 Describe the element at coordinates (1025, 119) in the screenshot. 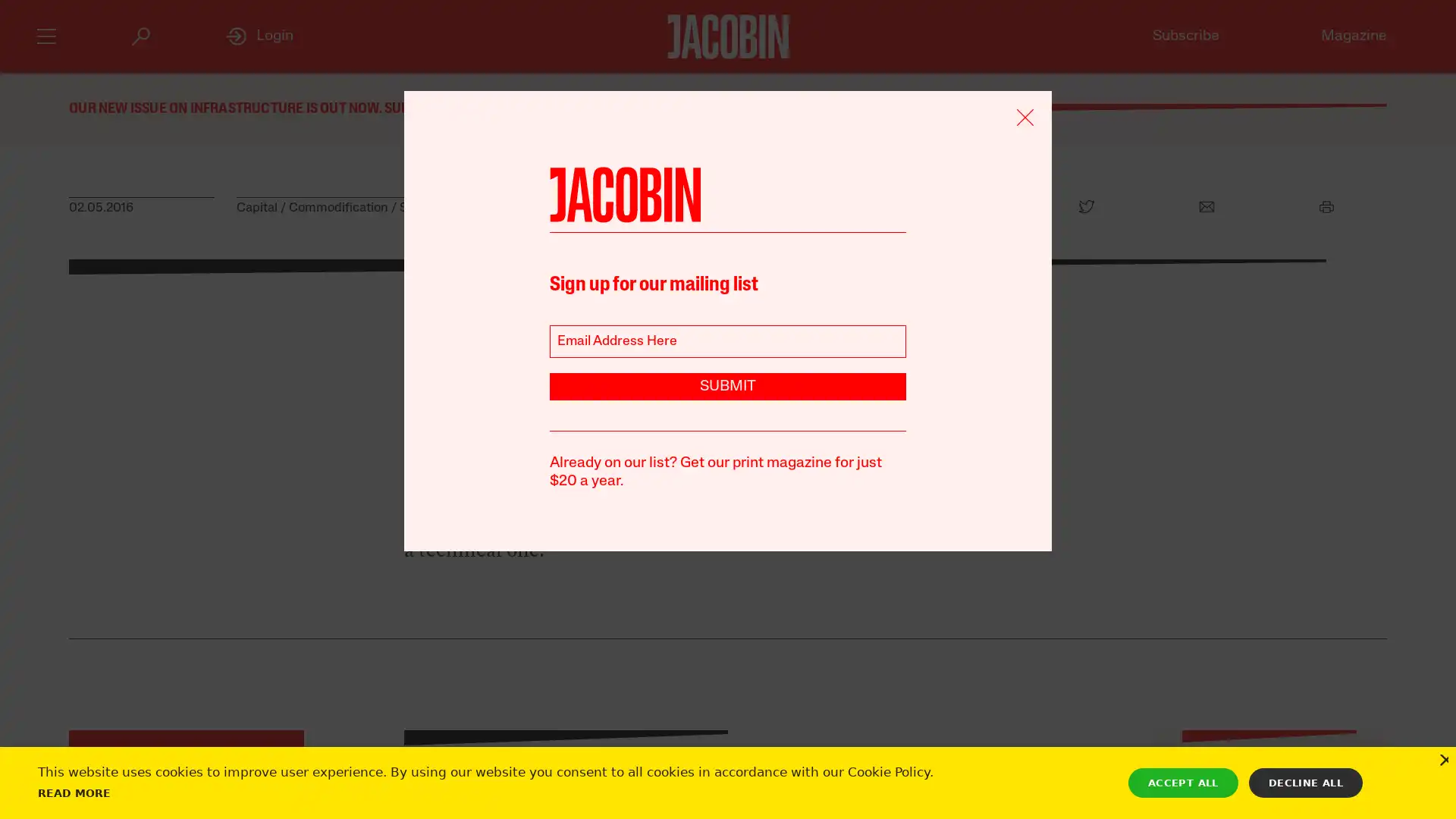

I see `Remove Icon` at that location.